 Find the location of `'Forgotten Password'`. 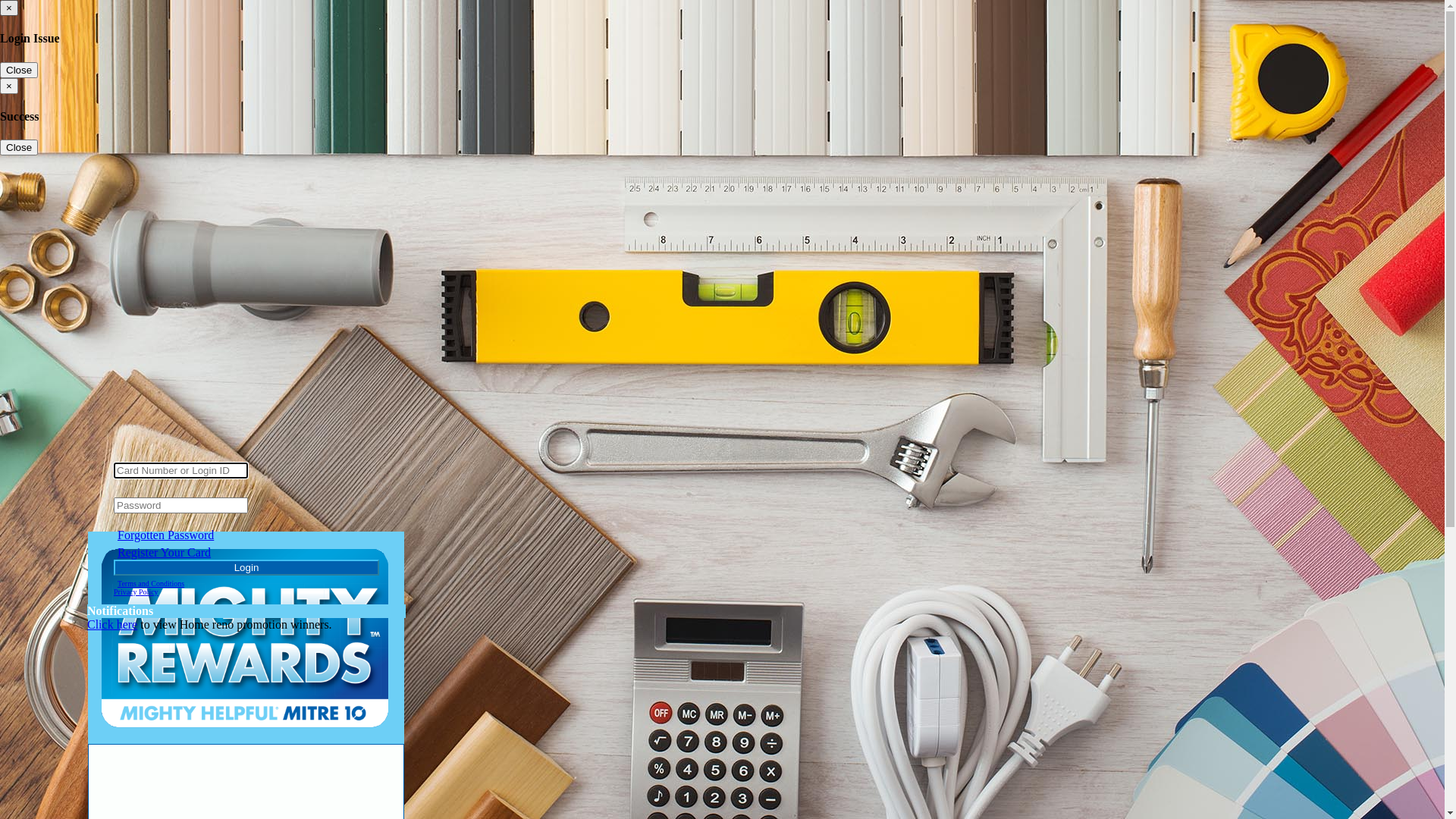

'Forgotten Password' is located at coordinates (165, 534).